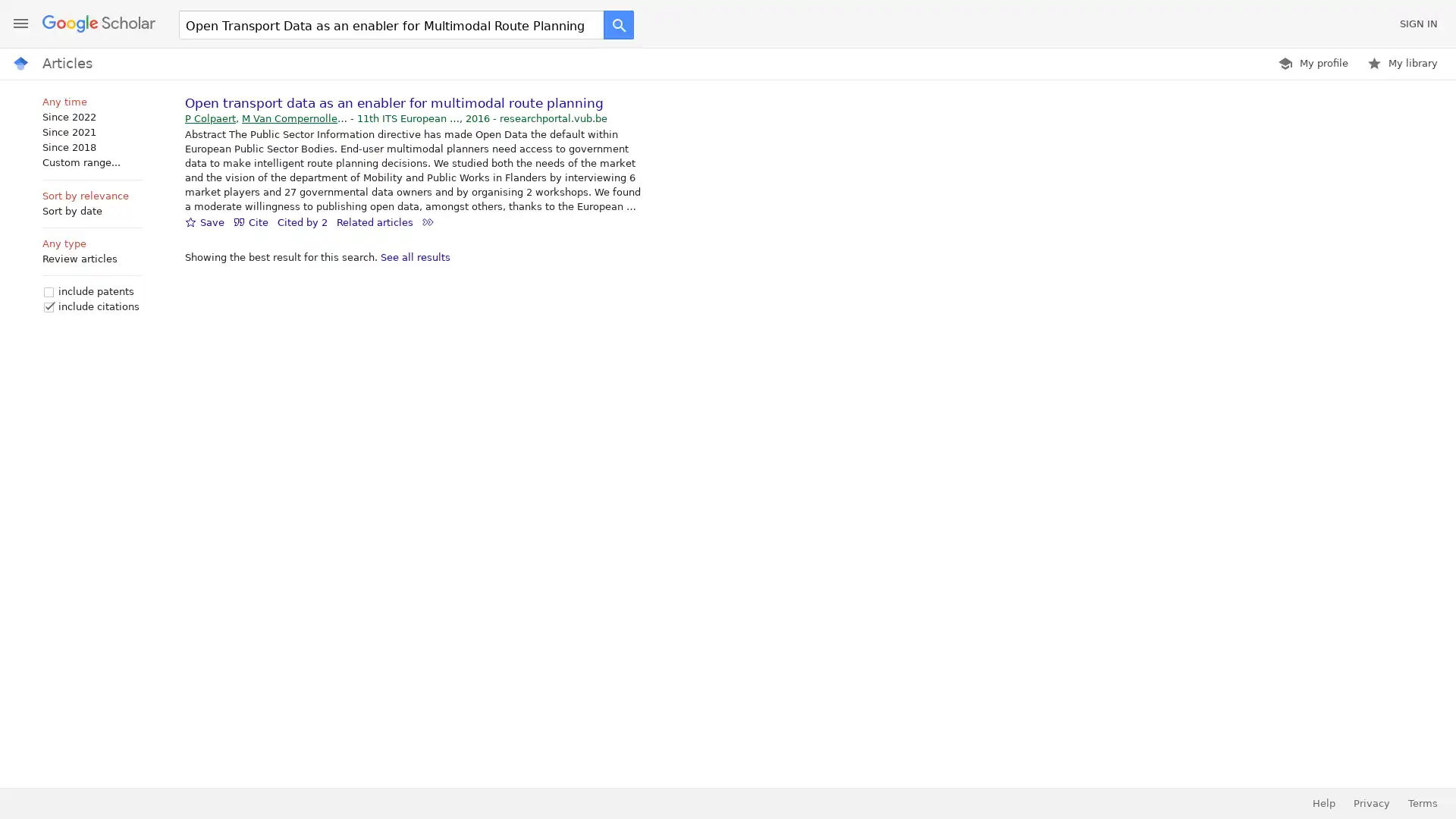 This screenshot has height=819, width=1456. I want to click on More, so click(427, 221).